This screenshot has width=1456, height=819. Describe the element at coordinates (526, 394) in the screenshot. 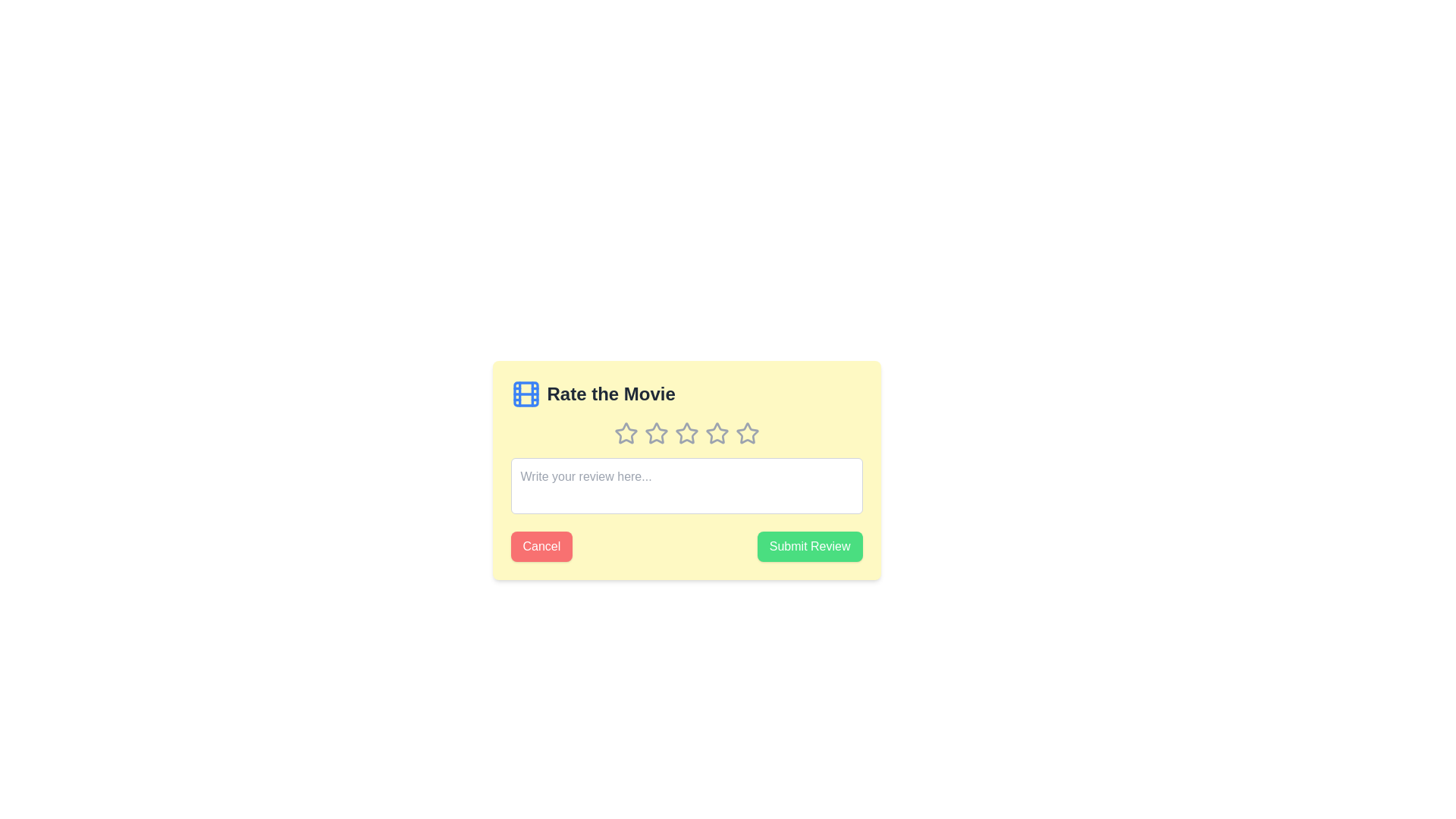

I see `the central section of the filmstrip icon located at the top left part of the interface near the title 'Rate the Movie'` at that location.